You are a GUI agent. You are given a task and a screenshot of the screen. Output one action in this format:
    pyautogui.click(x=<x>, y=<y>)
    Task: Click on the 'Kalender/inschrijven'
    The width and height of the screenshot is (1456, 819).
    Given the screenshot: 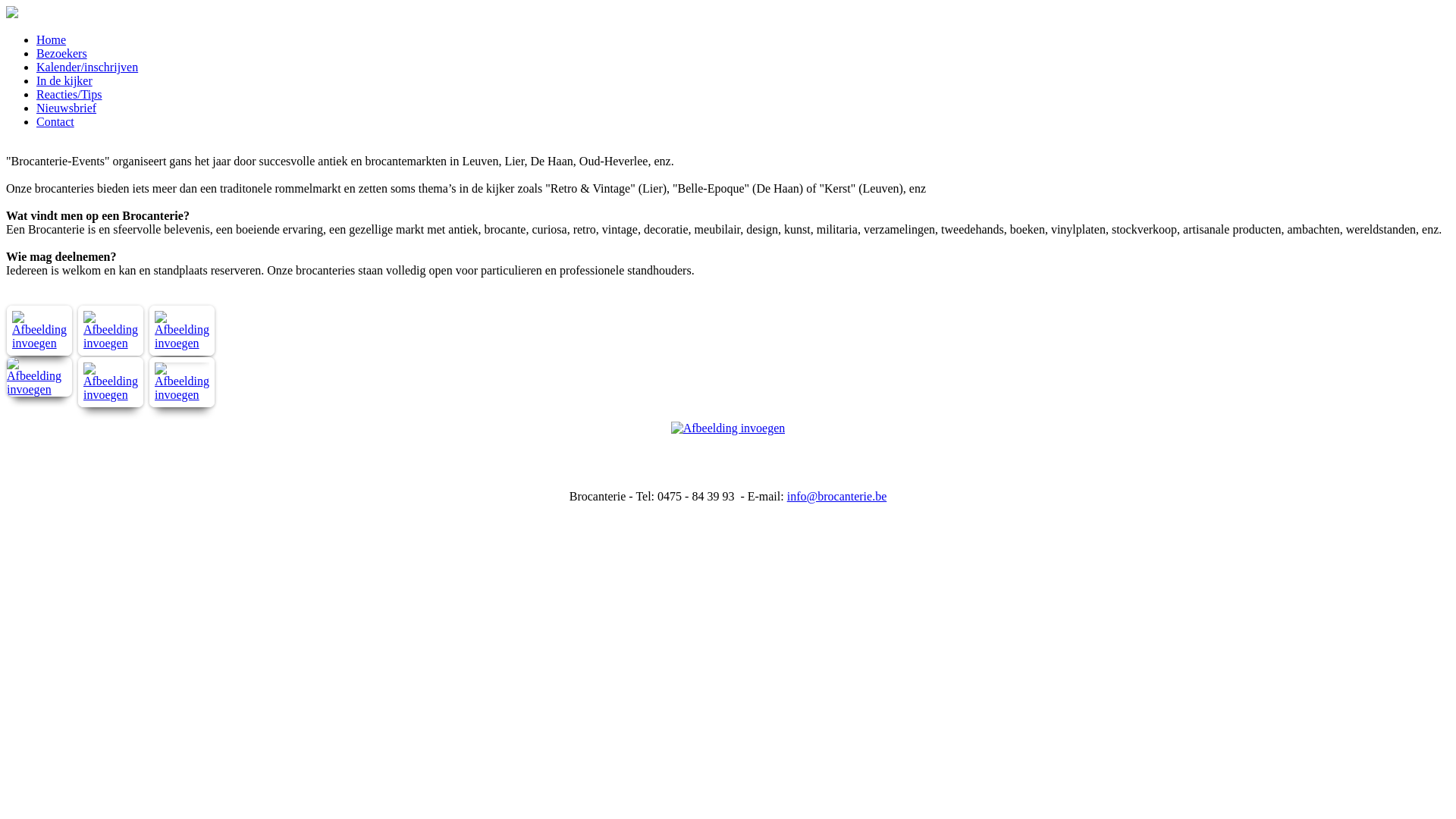 What is the action you would take?
    pyautogui.click(x=86, y=66)
    